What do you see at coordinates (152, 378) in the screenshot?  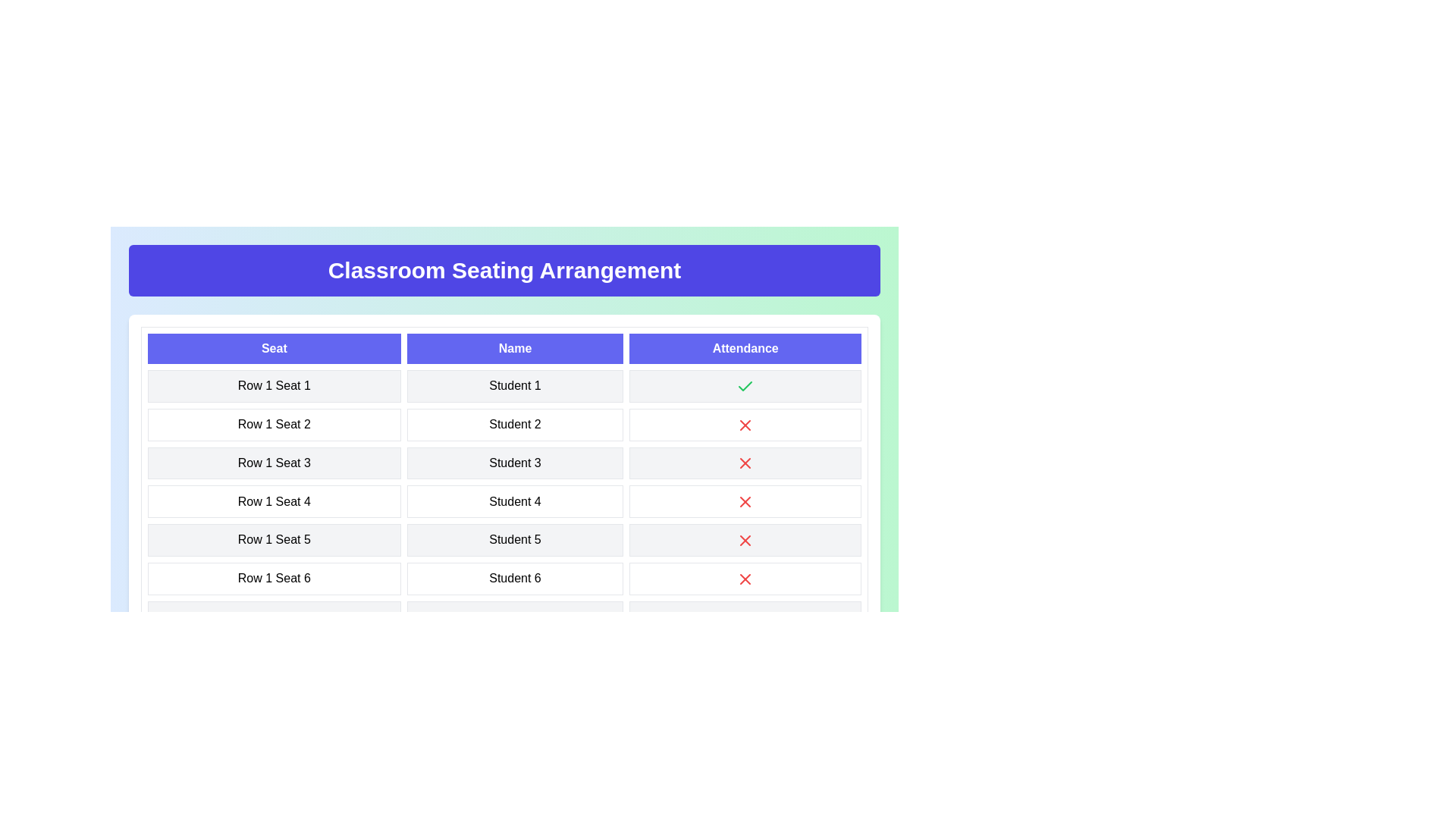 I see `the text in the cell corresponding to Row 1 and Seat` at bounding box center [152, 378].